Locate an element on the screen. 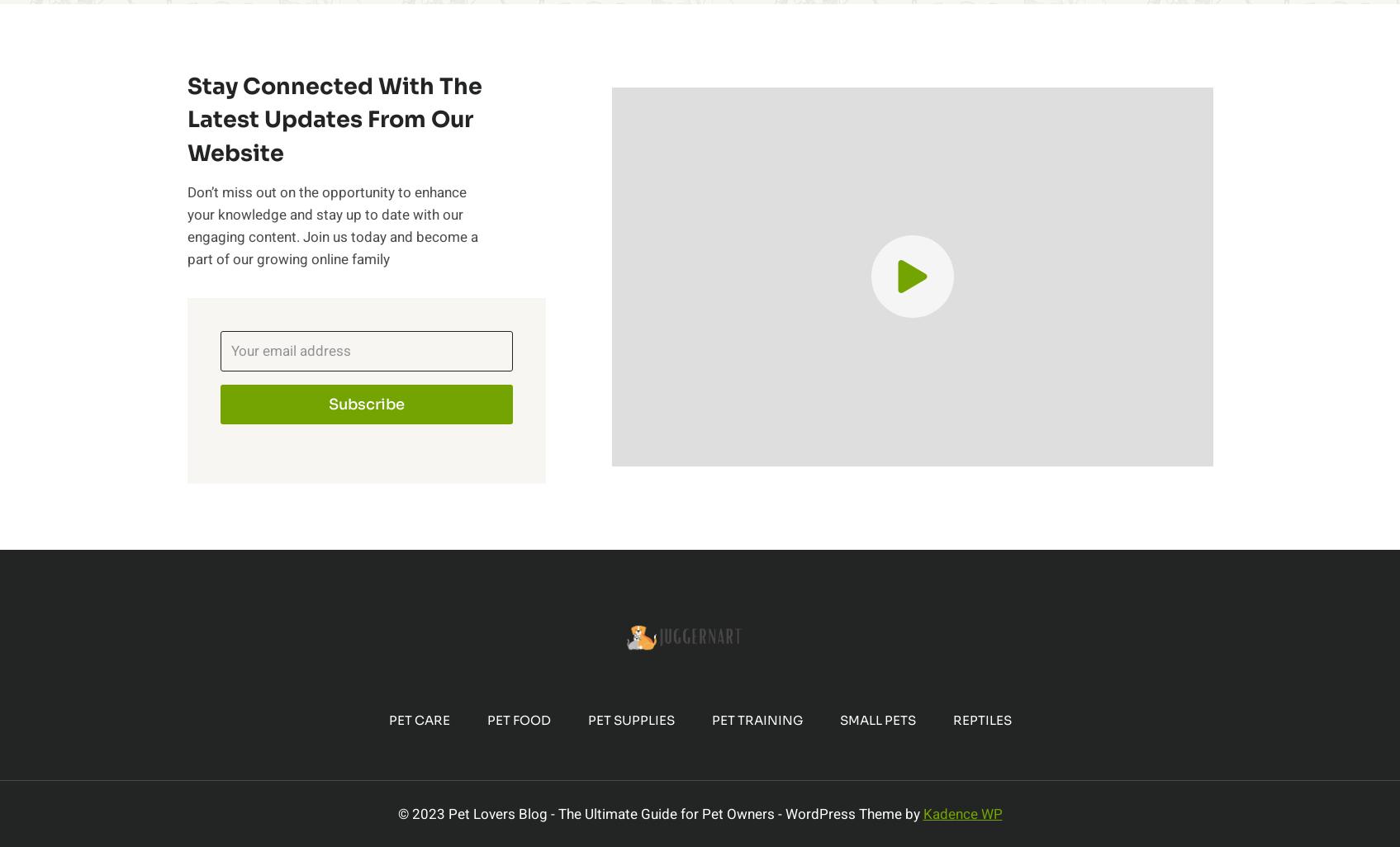 The height and width of the screenshot is (847, 1400). 'Kadence WP' is located at coordinates (961, 812).